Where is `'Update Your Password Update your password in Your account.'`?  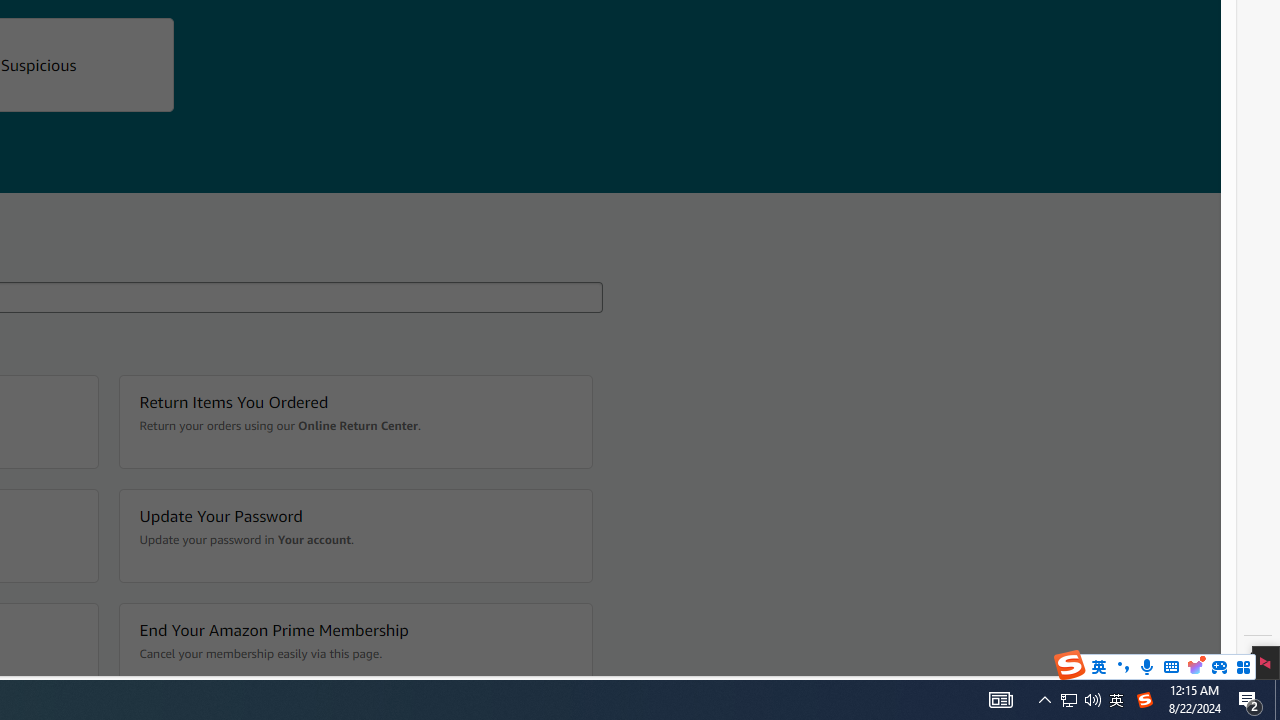 'Update Your Password Update your password in Your account.' is located at coordinates (355, 535).